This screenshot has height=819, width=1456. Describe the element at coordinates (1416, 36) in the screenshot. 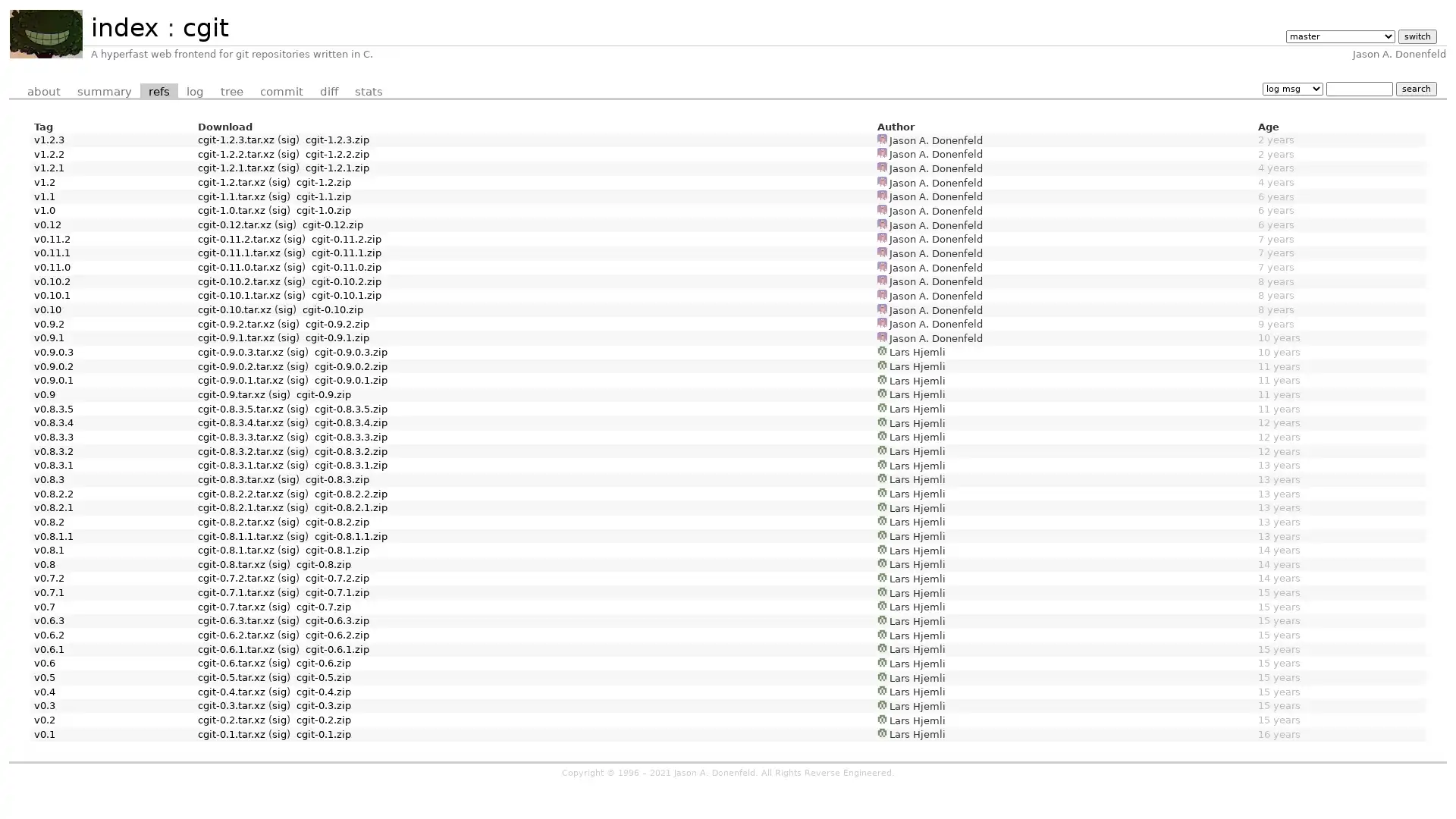

I see `switch` at that location.